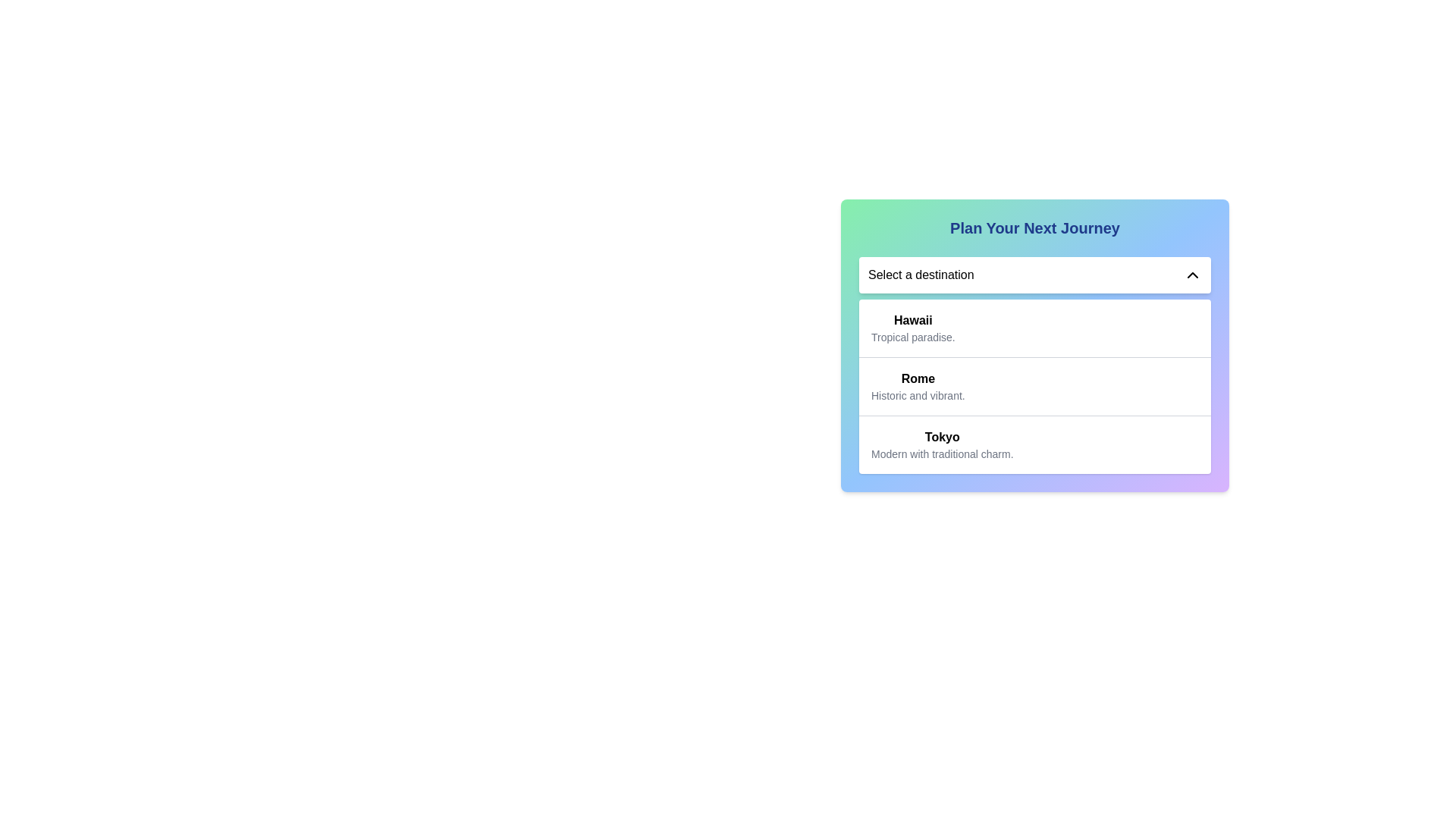  Describe the element at coordinates (917, 394) in the screenshot. I see `the descriptive subtitle text label for the 'Rome' destination option located below the 'Rome' text in the dropdown menu labeled 'Plan Your Next Journey'` at that location.